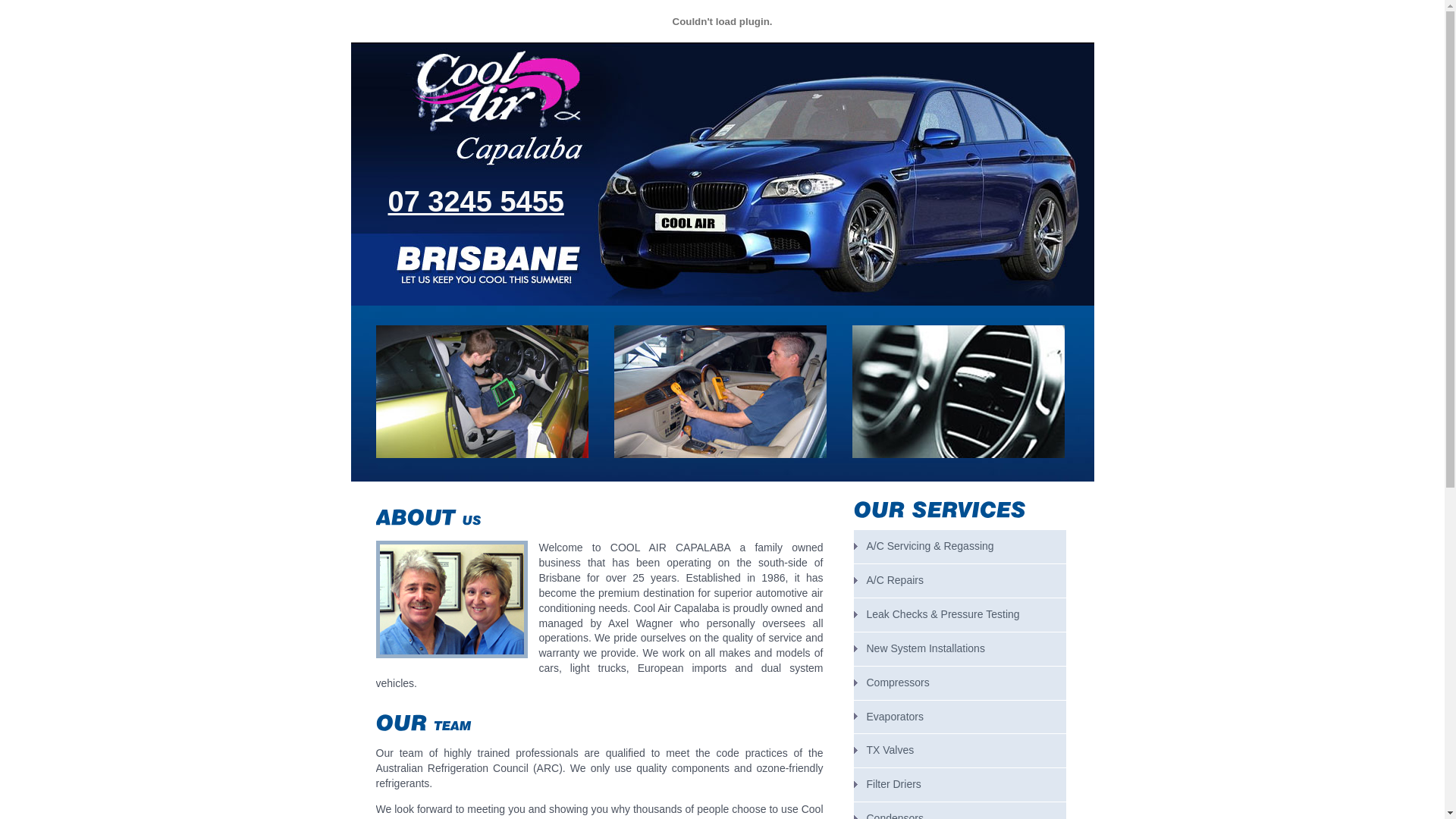 This screenshot has width=1456, height=819. I want to click on 'A/C Repairs', so click(959, 580).